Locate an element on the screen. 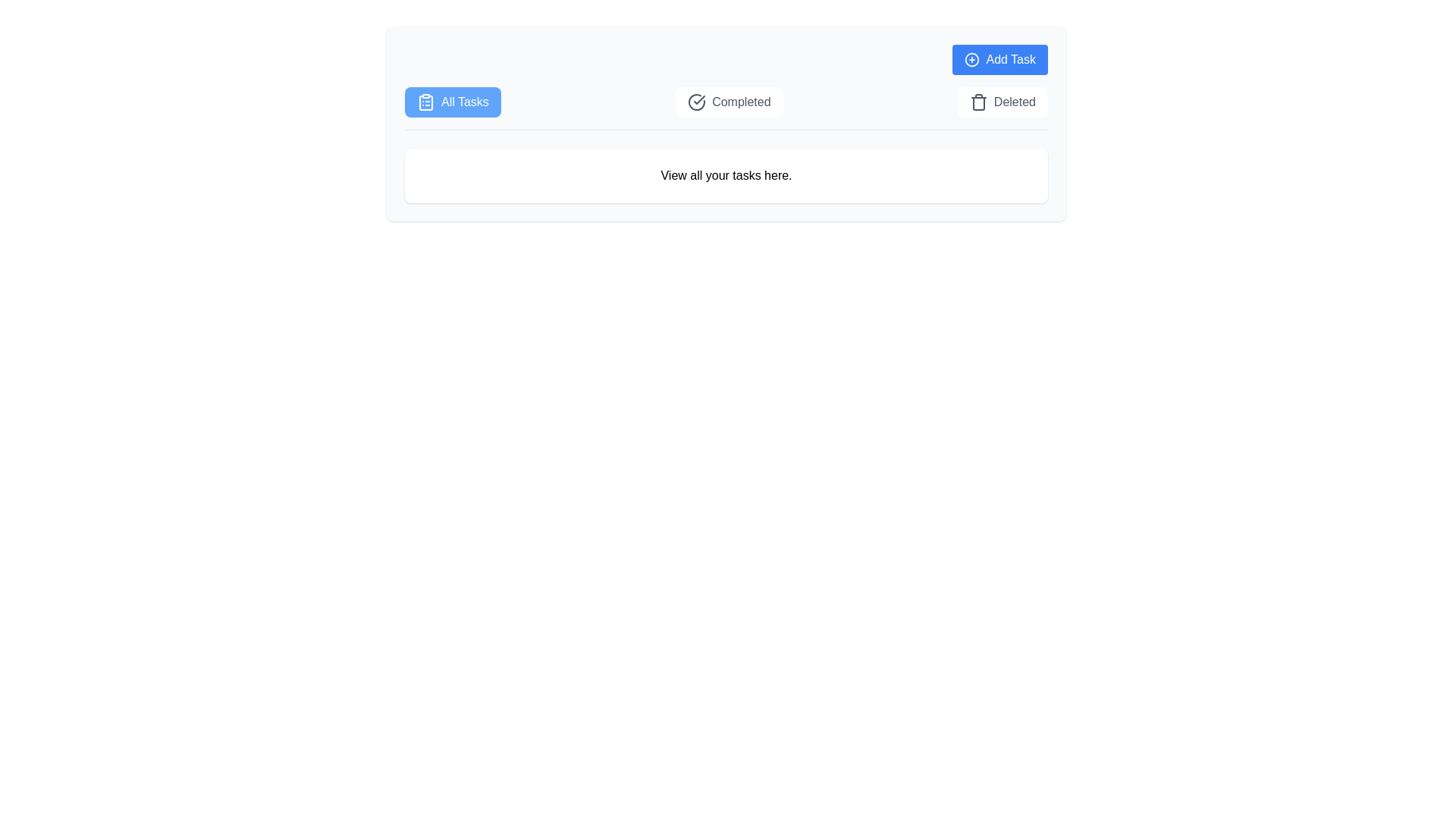 Image resolution: width=1456 pixels, height=819 pixels. the first button in the navigation bar that allows users is located at coordinates (452, 102).